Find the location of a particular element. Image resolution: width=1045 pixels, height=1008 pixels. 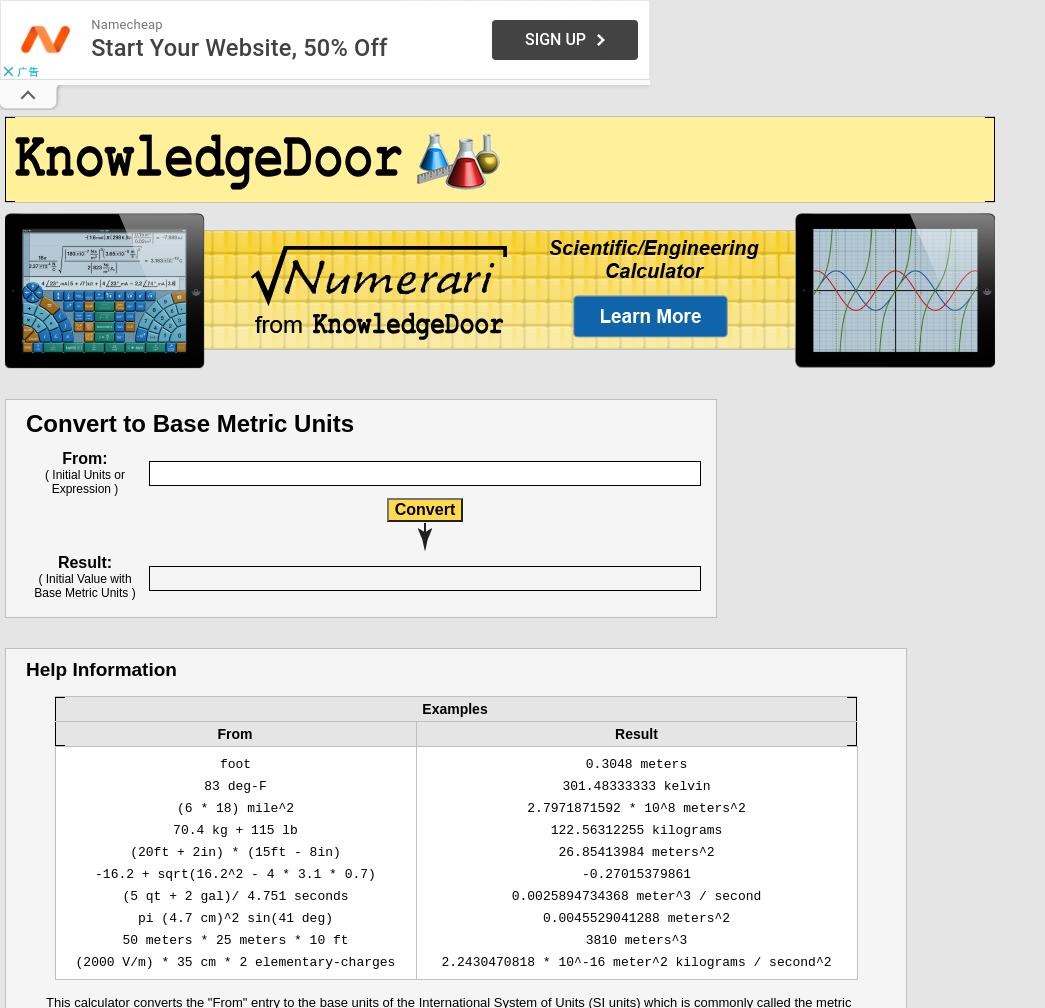

'50 meters * 25 meters * 10 ft' is located at coordinates (234, 940).